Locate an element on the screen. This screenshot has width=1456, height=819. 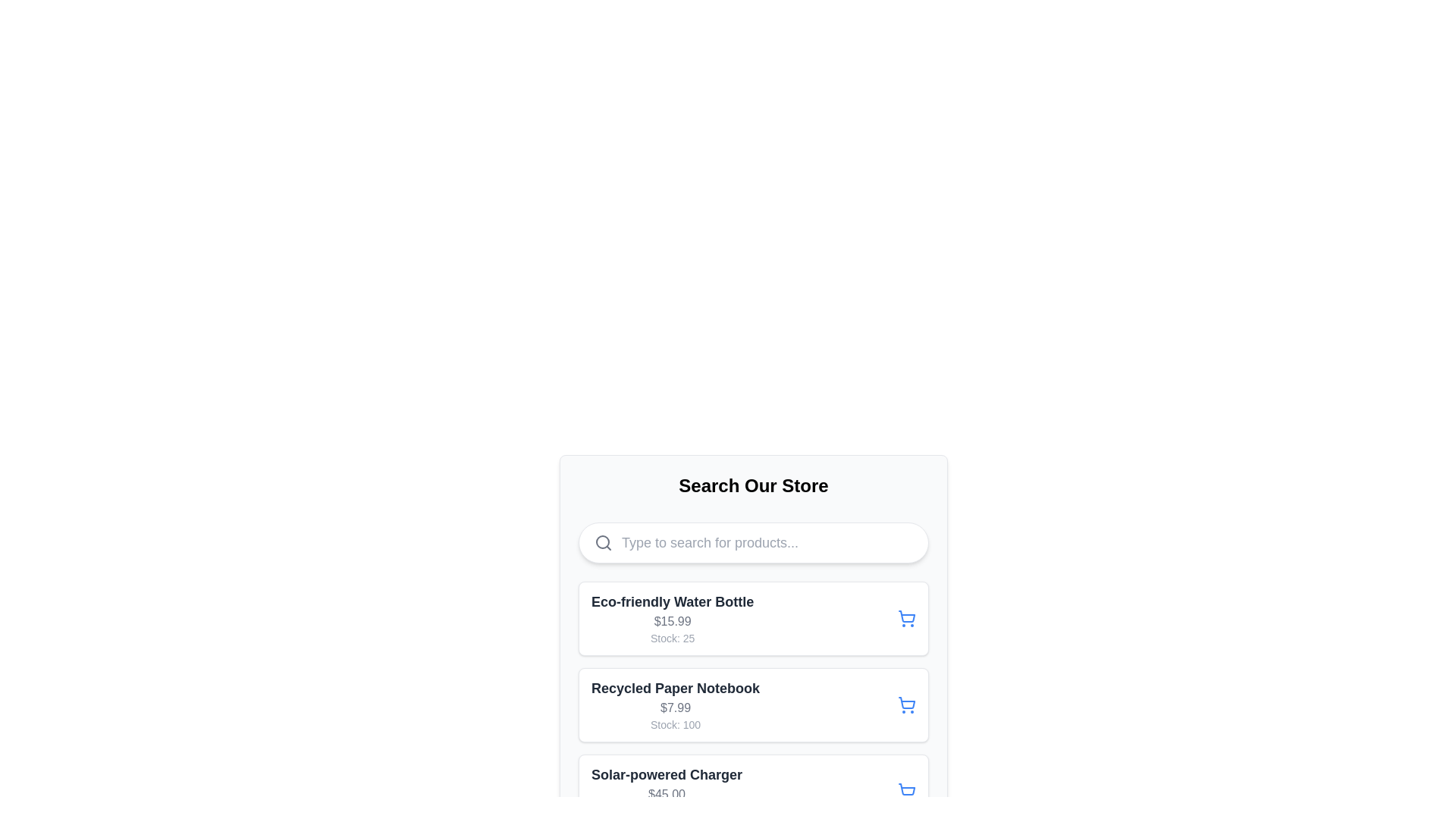
the shopping cart icon located at the far-right side of the 'Recycled Paper Notebook' product entry is located at coordinates (906, 704).